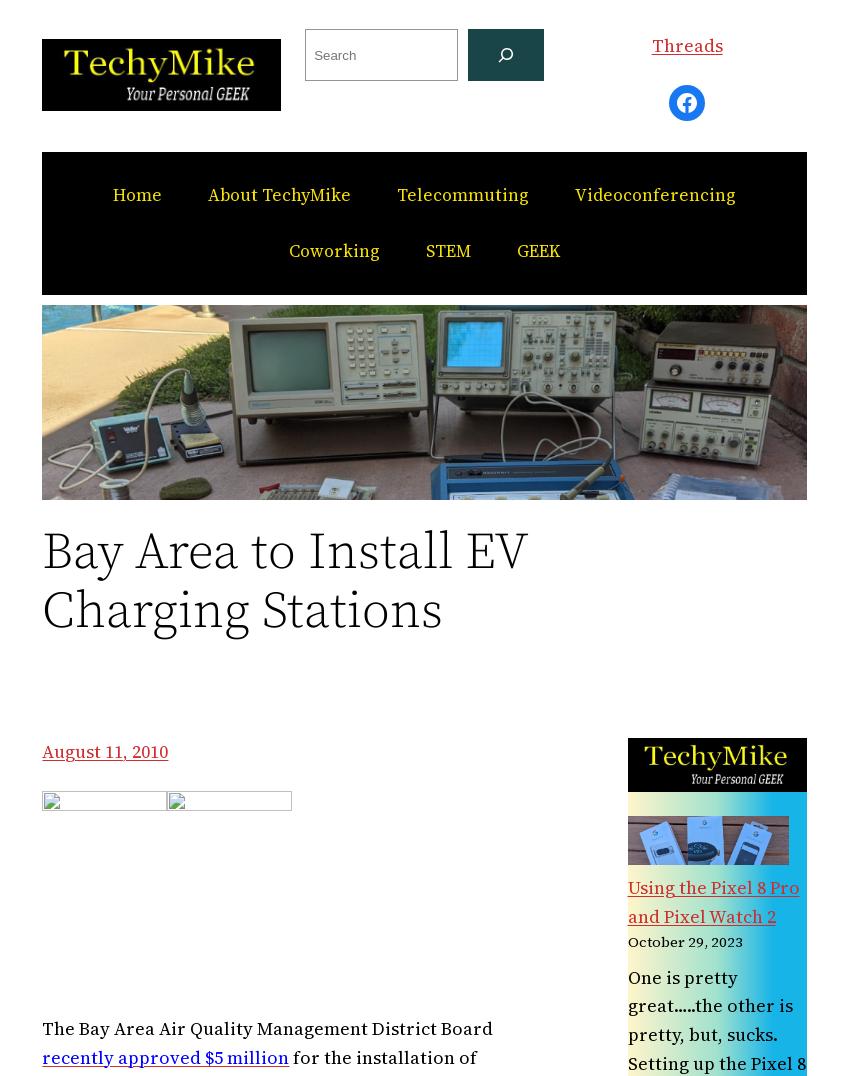  What do you see at coordinates (104, 750) in the screenshot?
I see `'August 11, 2010'` at bounding box center [104, 750].